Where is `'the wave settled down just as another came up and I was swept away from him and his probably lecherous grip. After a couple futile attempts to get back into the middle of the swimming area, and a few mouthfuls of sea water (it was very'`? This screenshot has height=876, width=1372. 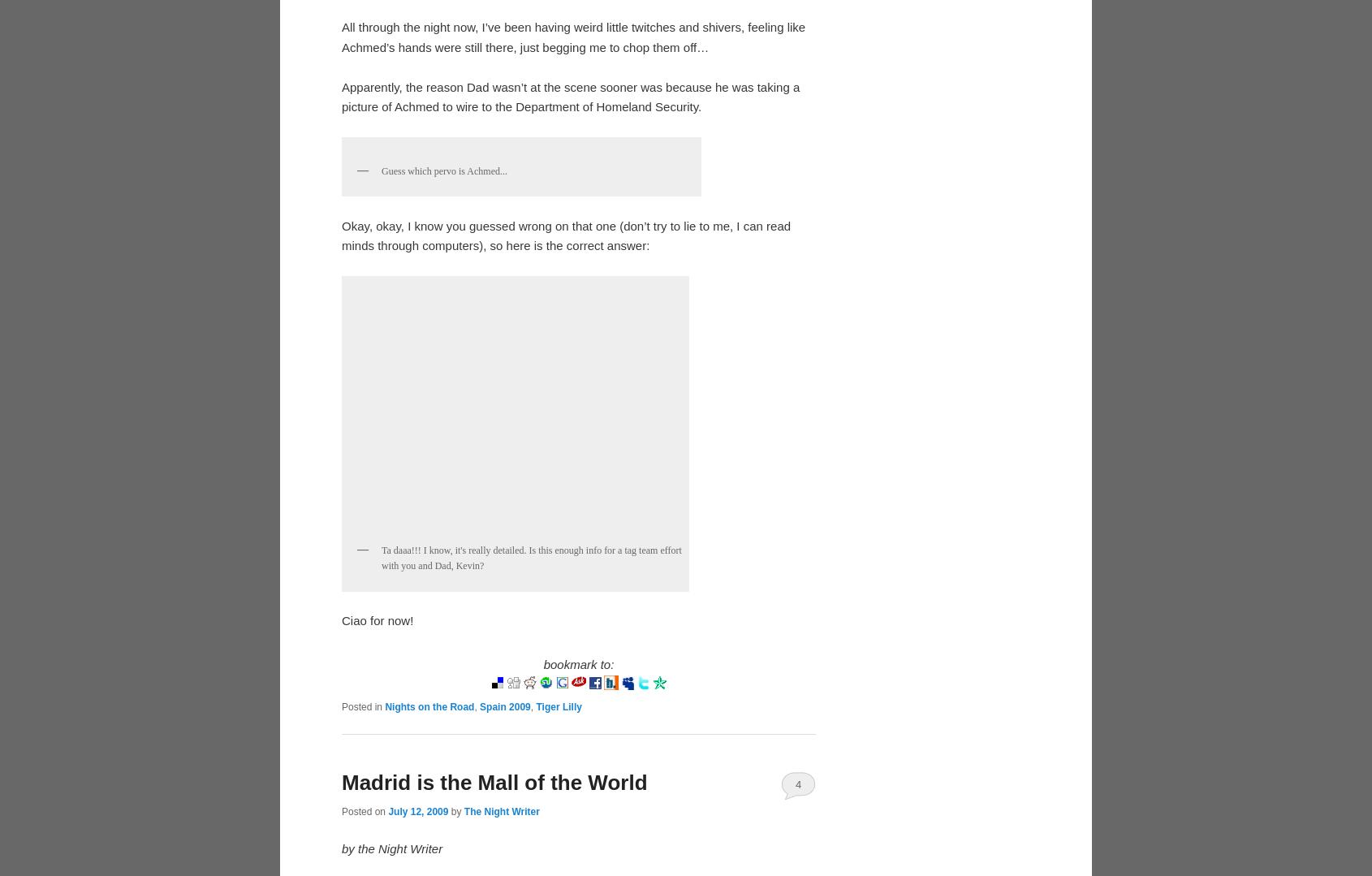 'the wave settled down just as another came up and I was swept away from him and his probably lecherous grip. After a couple futile attempts to get back into the middle of the swimming area, and a few mouthfuls of sea water (it was very' is located at coordinates (340, 123).